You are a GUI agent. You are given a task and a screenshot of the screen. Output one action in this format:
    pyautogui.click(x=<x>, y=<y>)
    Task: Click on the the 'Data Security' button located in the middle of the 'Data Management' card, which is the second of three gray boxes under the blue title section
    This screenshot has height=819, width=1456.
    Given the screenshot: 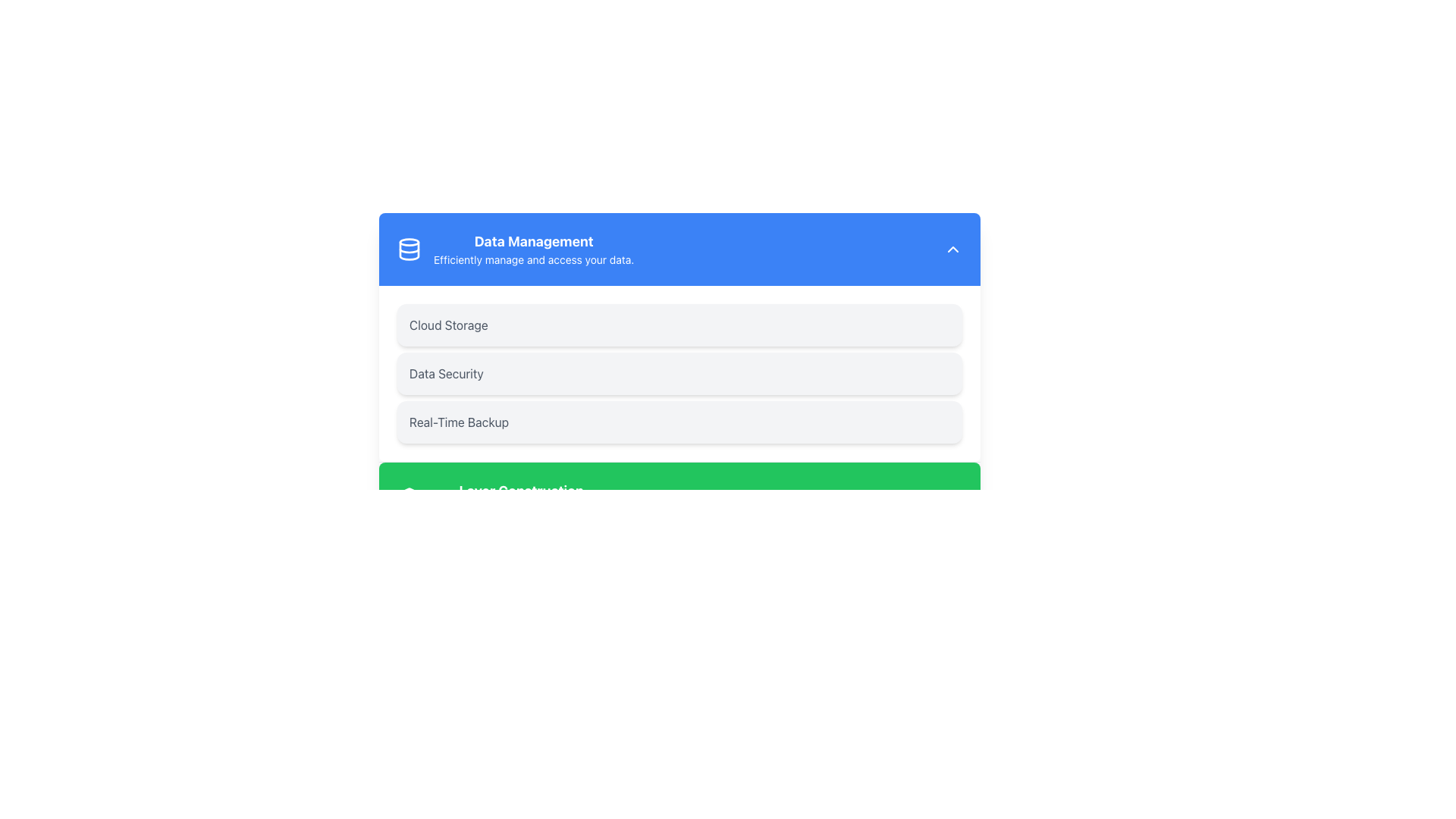 What is the action you would take?
    pyautogui.click(x=679, y=374)
    